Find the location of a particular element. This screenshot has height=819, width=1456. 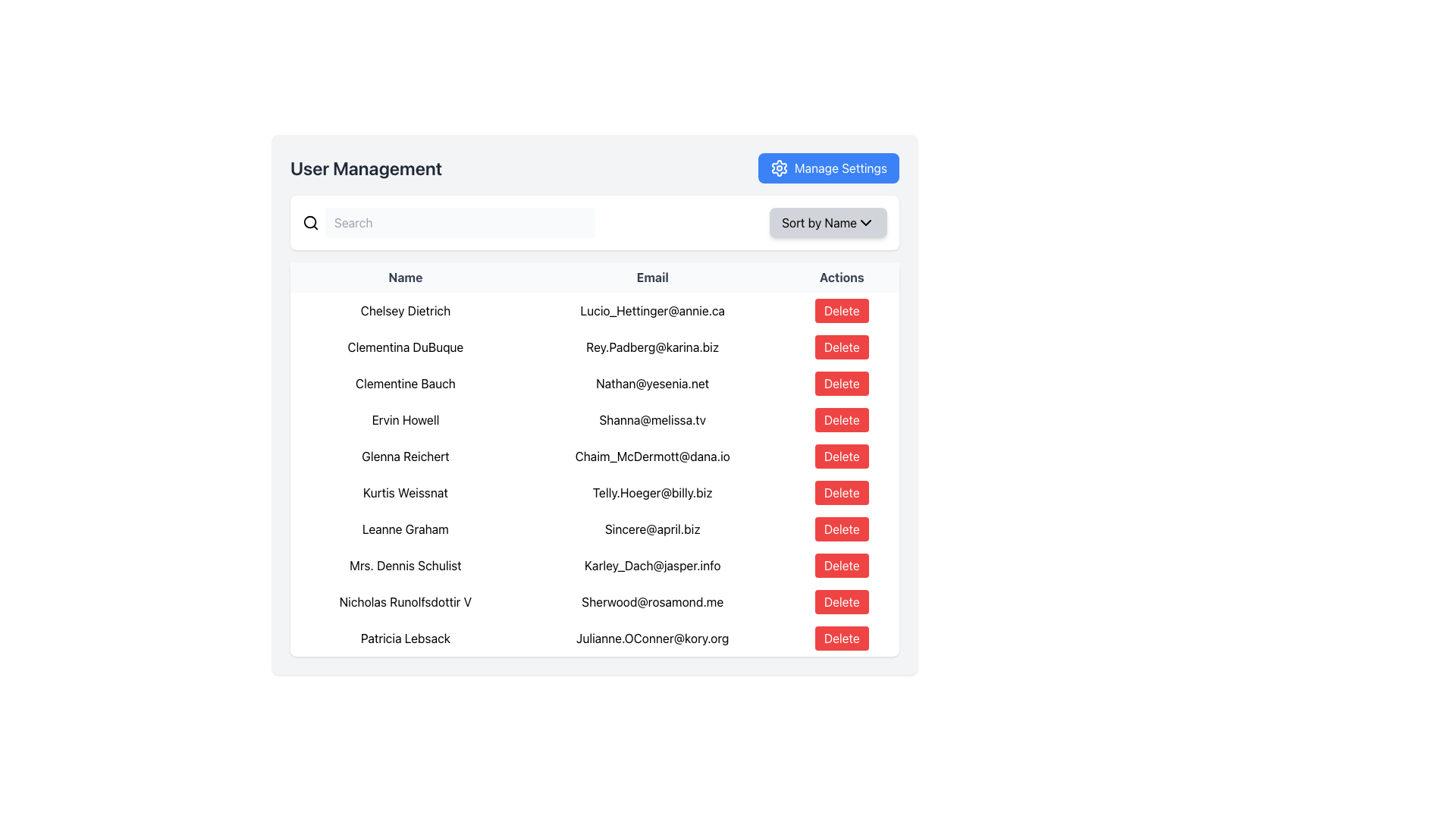

the Text label in the third row of the 'Name' column, which describes a user adjacent to the email 'Nathan@yesenia.net' is located at coordinates (405, 382).